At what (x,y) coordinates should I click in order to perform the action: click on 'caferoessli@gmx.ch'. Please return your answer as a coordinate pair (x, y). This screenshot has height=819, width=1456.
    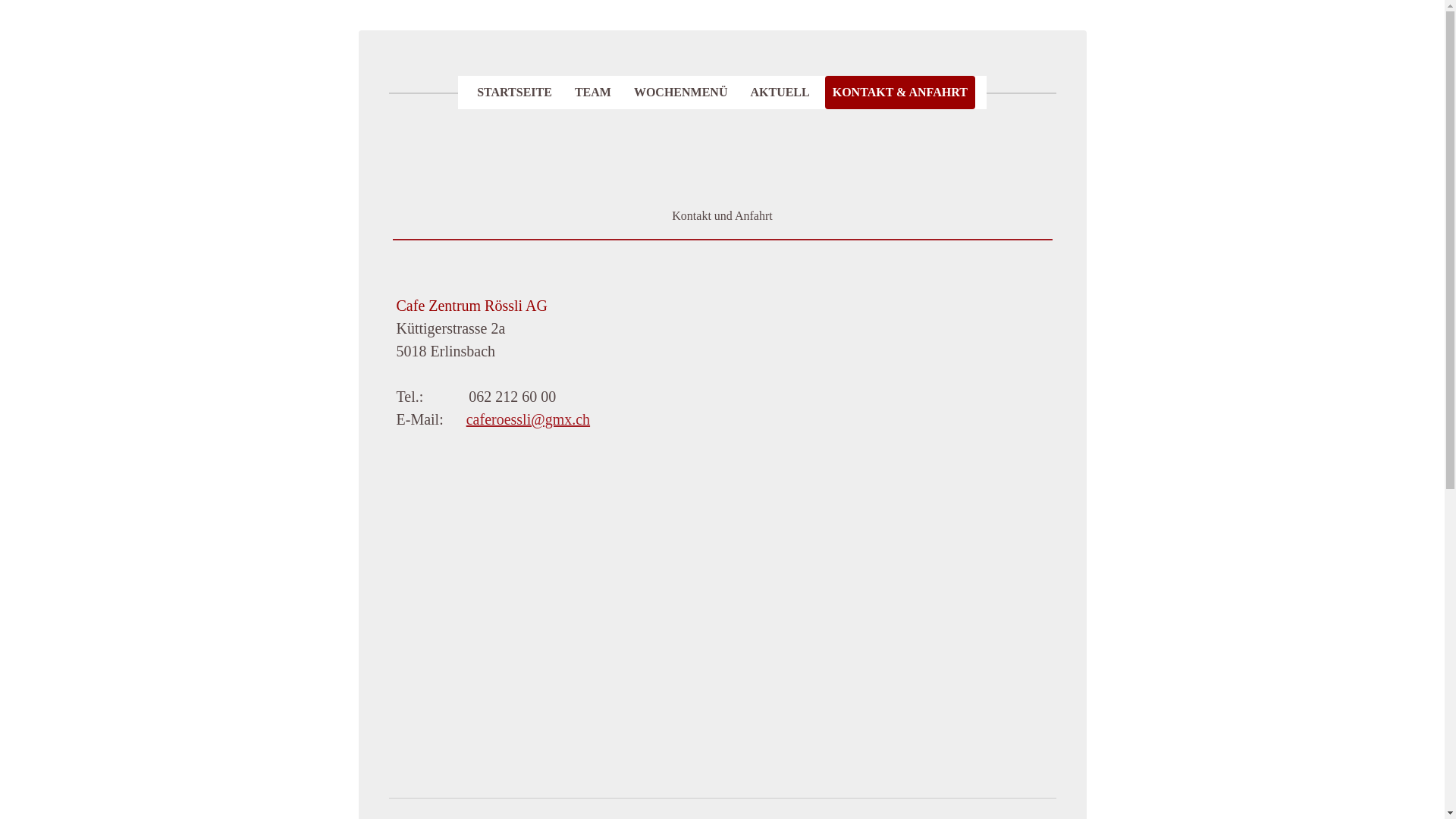
    Looking at the image, I should click on (528, 419).